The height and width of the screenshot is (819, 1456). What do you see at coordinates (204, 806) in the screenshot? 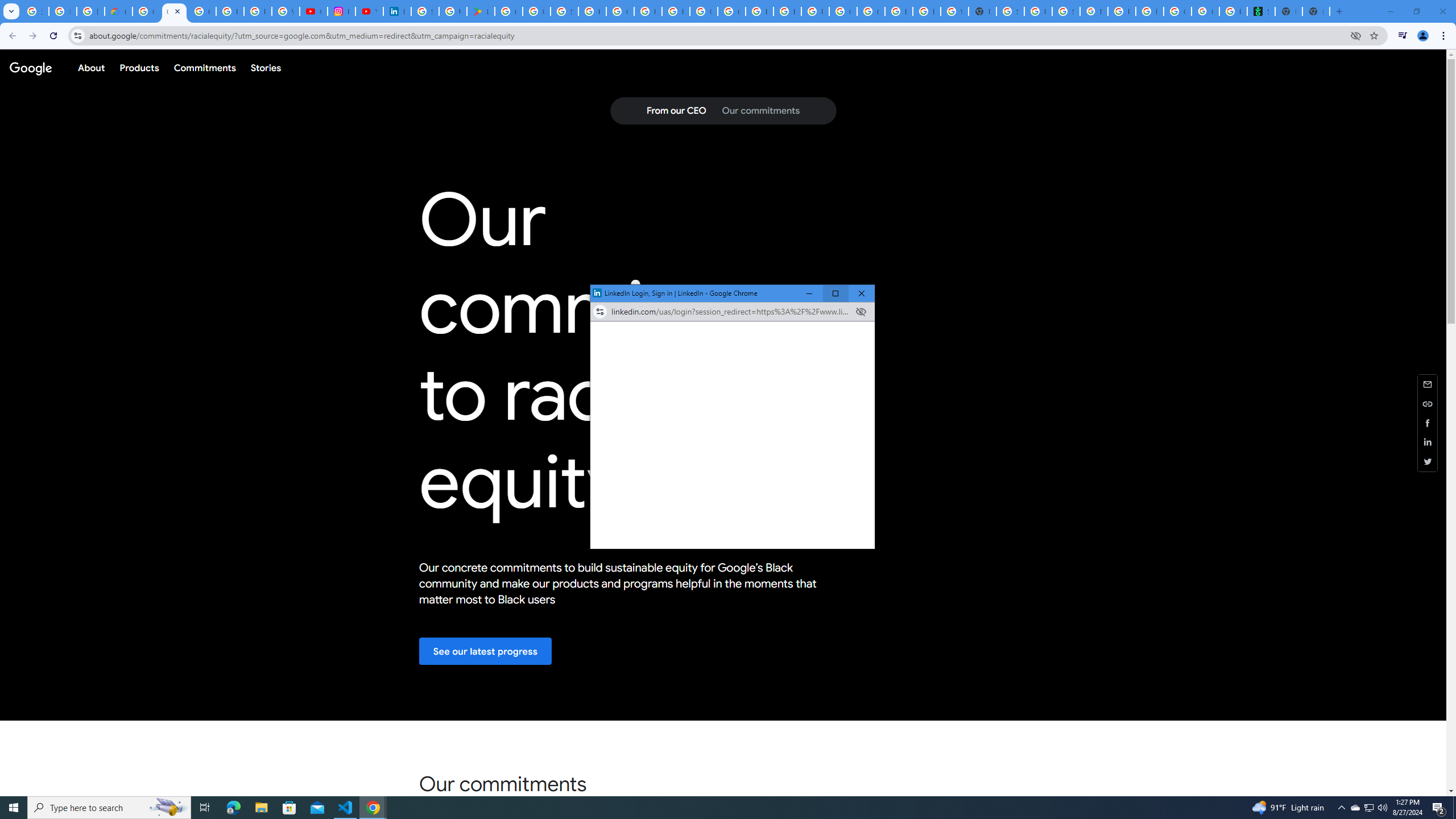
I see `'Task View'` at bounding box center [204, 806].